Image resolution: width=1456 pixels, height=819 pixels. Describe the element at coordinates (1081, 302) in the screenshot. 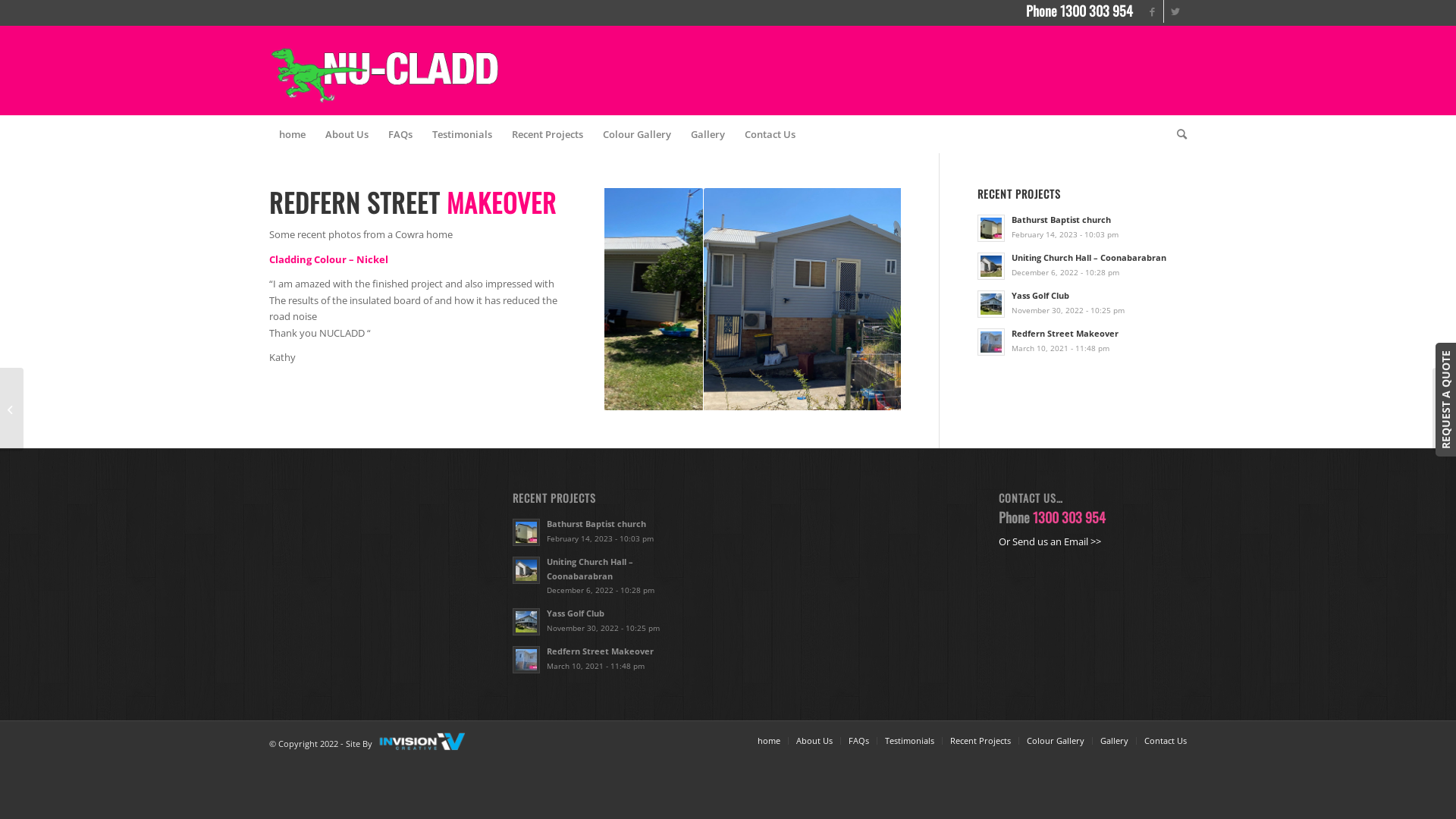

I see `'Yass Golf Club` at that location.